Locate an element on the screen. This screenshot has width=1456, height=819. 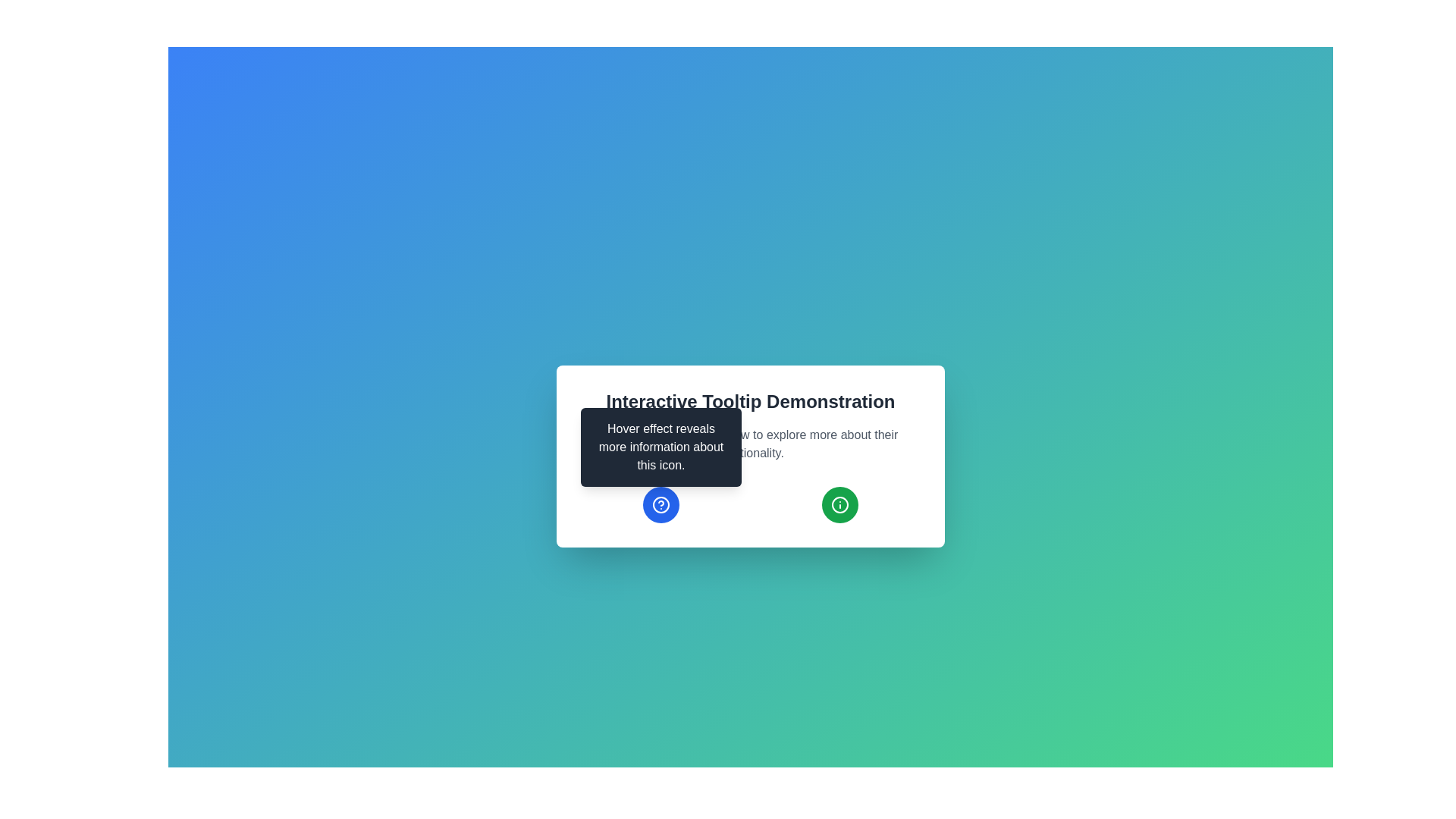
the information indicator icon, which is the second icon from the left in a horizontally centered layout at the bottom of the card is located at coordinates (839, 505).